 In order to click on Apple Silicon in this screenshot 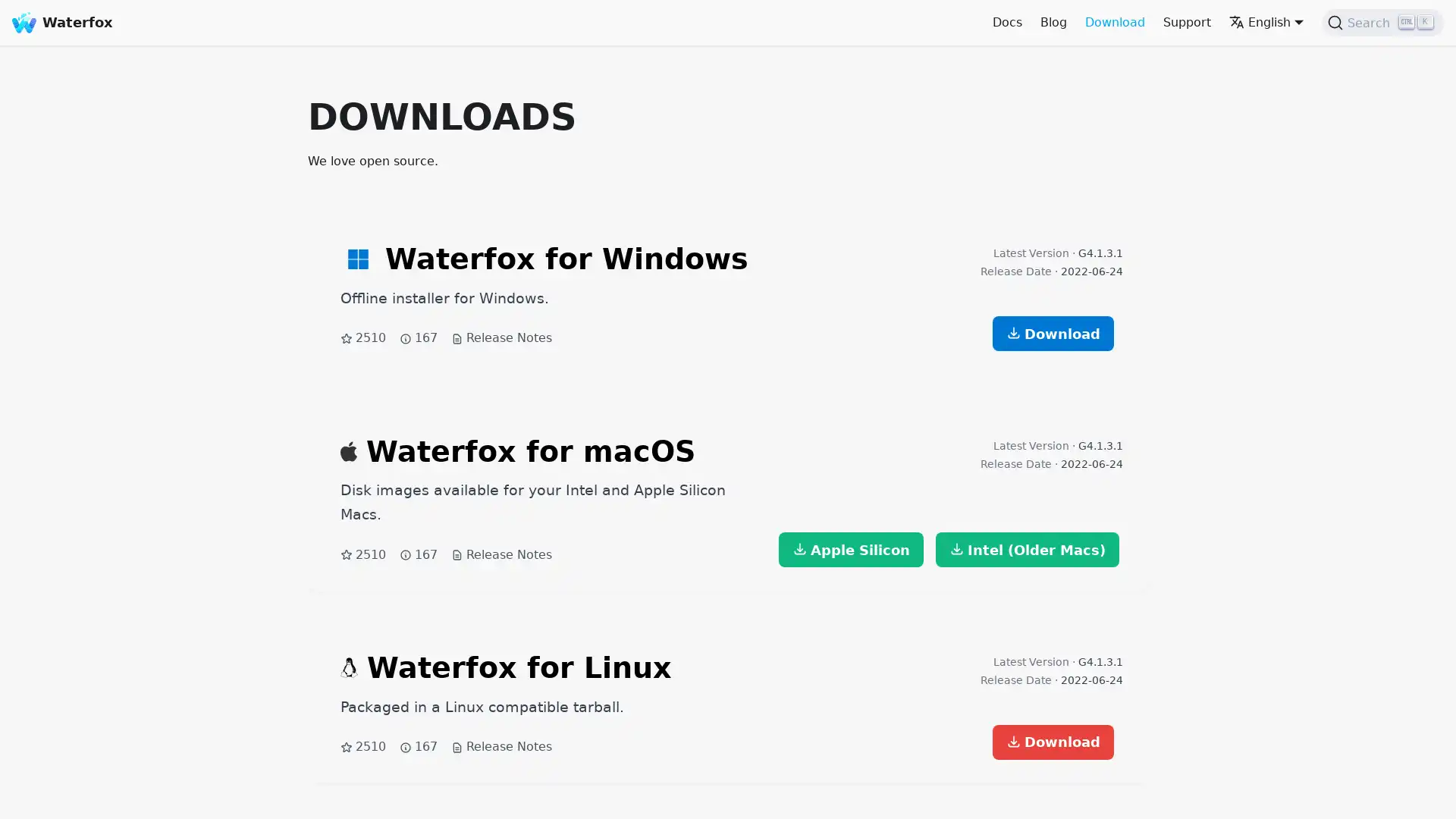, I will do `click(851, 550)`.